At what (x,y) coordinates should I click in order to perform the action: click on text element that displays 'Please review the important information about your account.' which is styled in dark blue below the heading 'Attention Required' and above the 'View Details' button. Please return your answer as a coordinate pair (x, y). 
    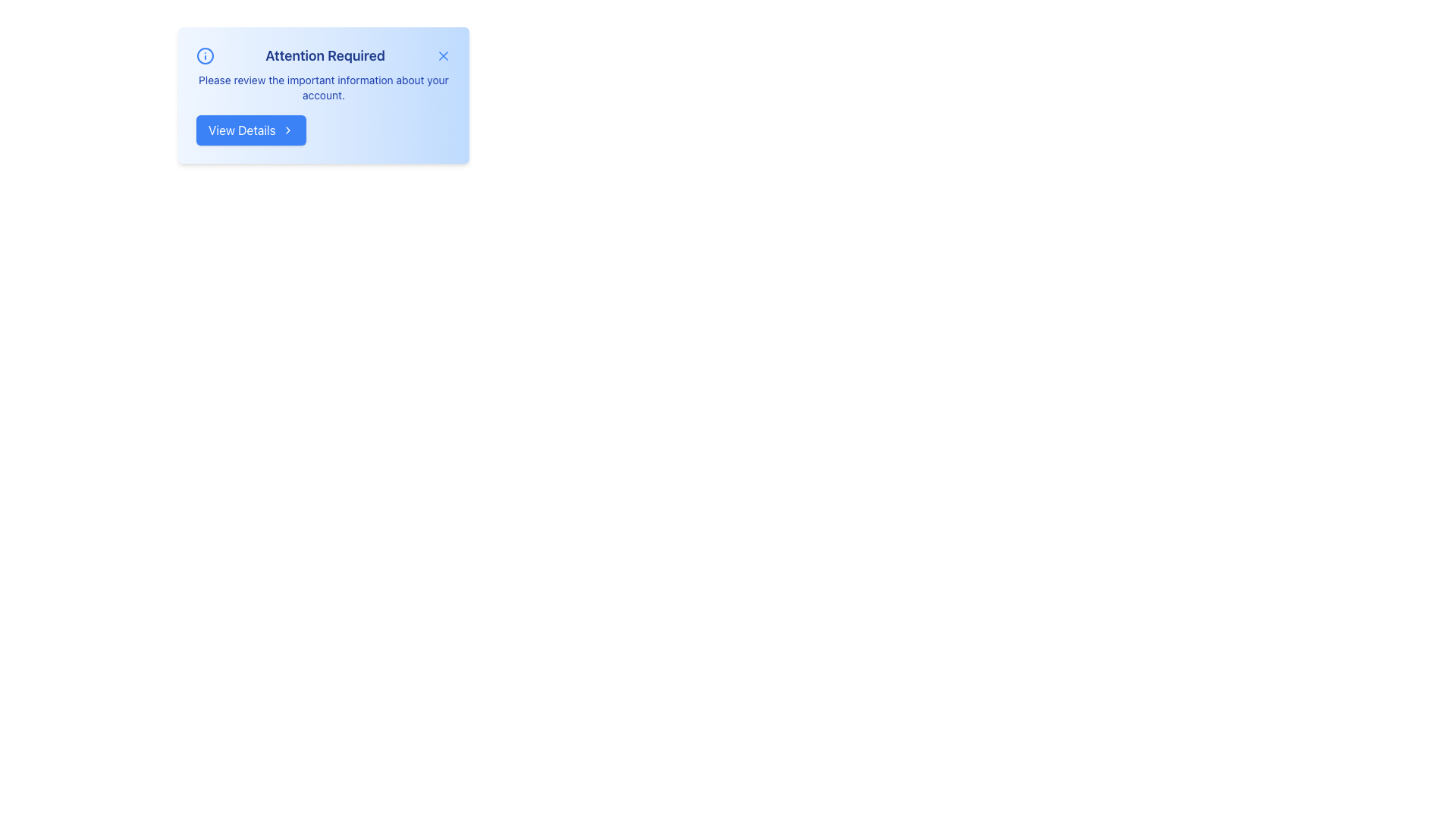
    Looking at the image, I should click on (323, 87).